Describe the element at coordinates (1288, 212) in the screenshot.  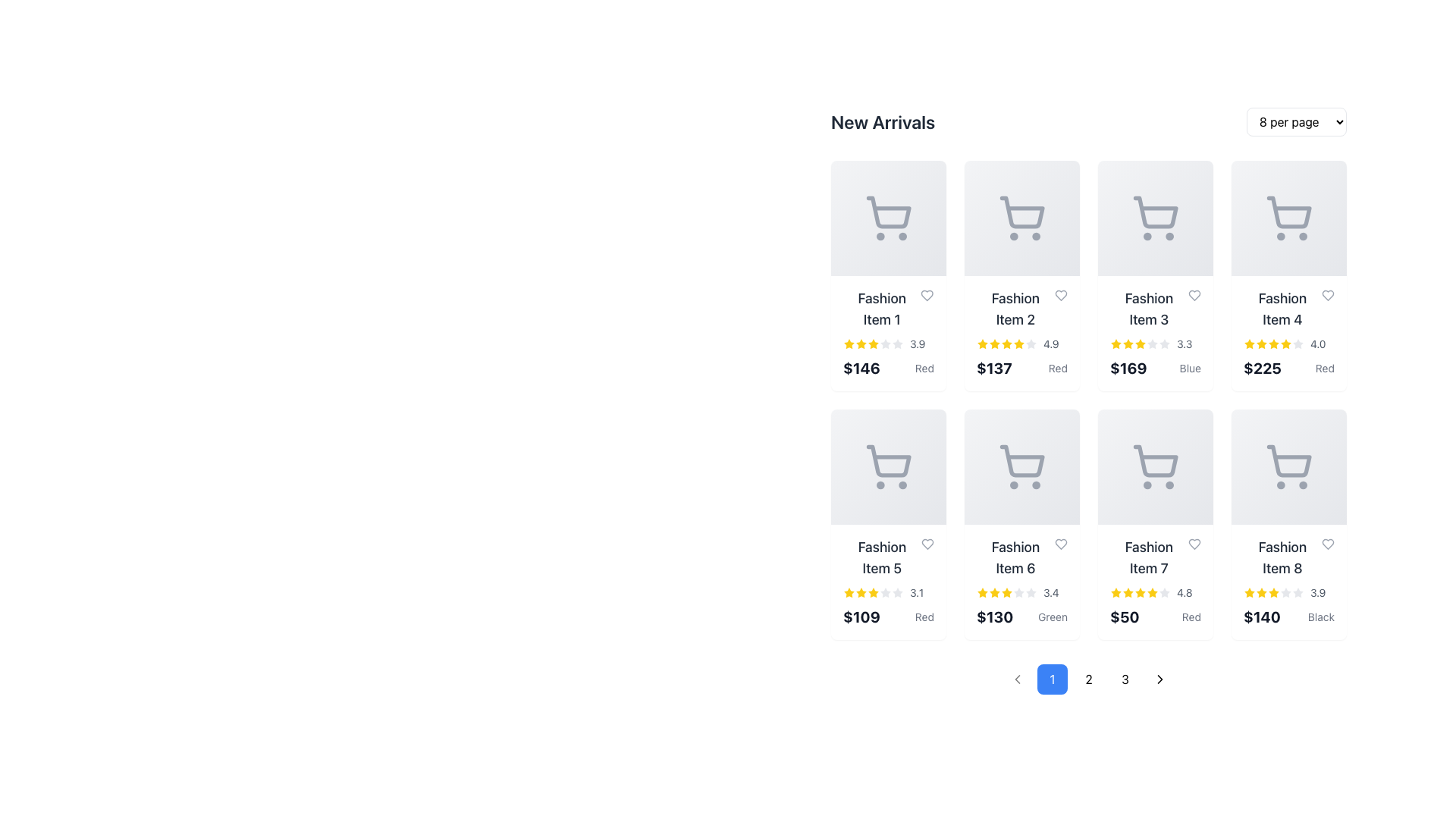
I see `the graphical cart icon, which is located in the fourth card of the first row in the grid layout, above the text 'Fashion Item 4'` at that location.